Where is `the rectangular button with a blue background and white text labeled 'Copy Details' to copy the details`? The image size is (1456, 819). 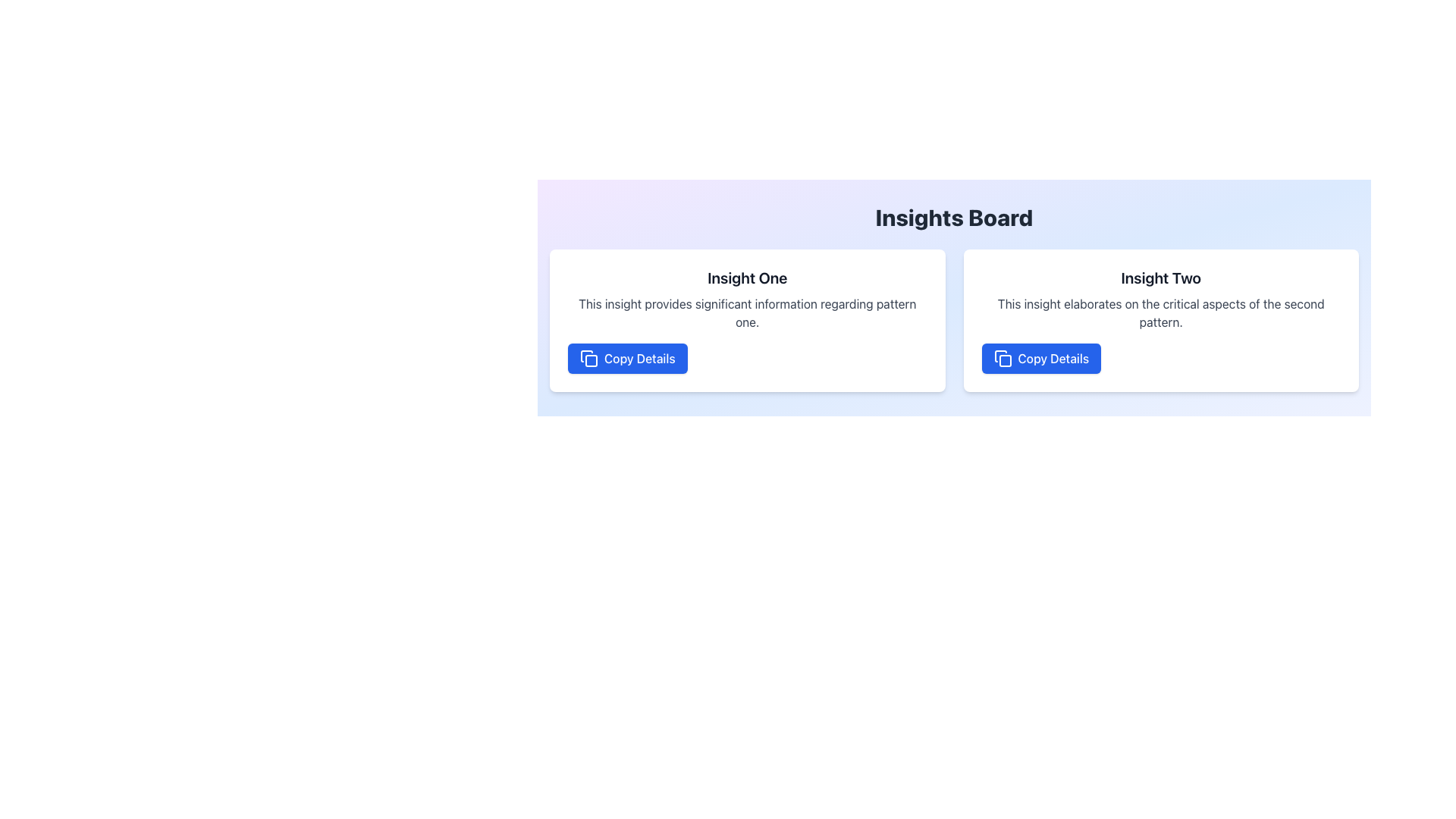 the rectangular button with a blue background and white text labeled 'Copy Details' to copy the details is located at coordinates (1040, 359).